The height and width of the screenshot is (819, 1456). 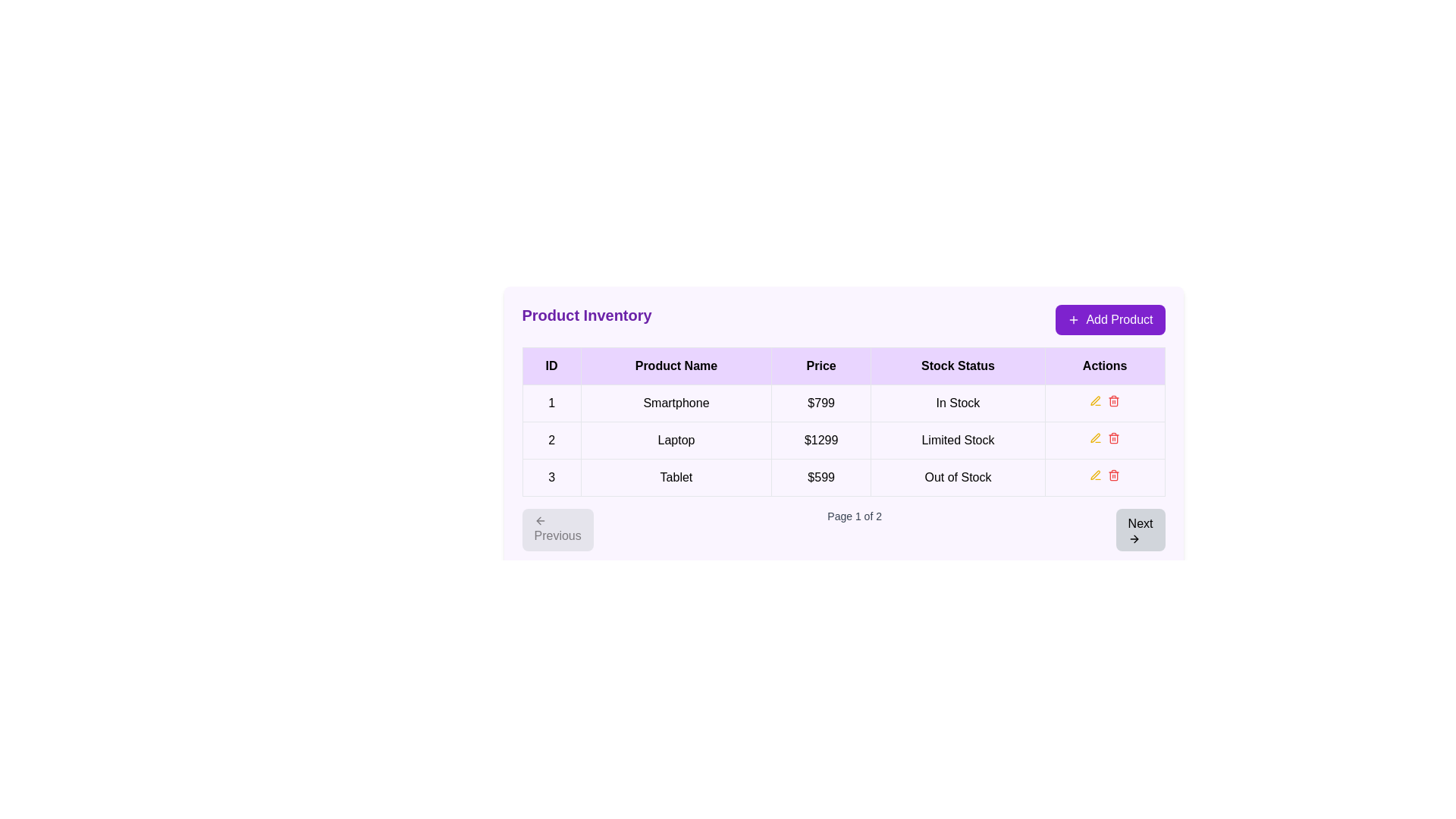 I want to click on the static text label displaying the price '$599' in bold black text within the pricing column of the product inventory table, located in the third row under the 'Price' column, so click(x=821, y=476).